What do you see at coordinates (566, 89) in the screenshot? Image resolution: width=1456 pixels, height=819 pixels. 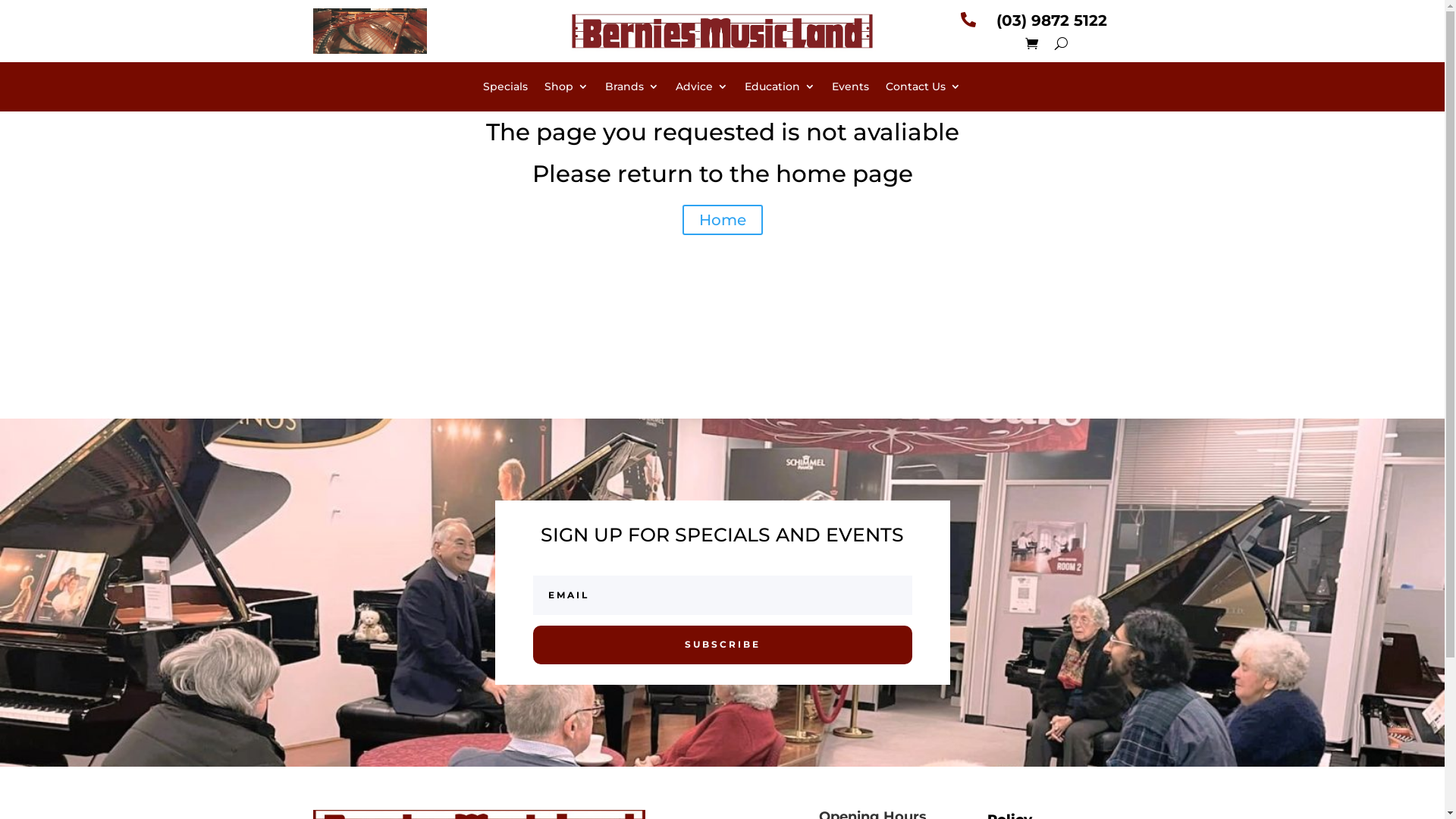 I see `'Shop'` at bounding box center [566, 89].